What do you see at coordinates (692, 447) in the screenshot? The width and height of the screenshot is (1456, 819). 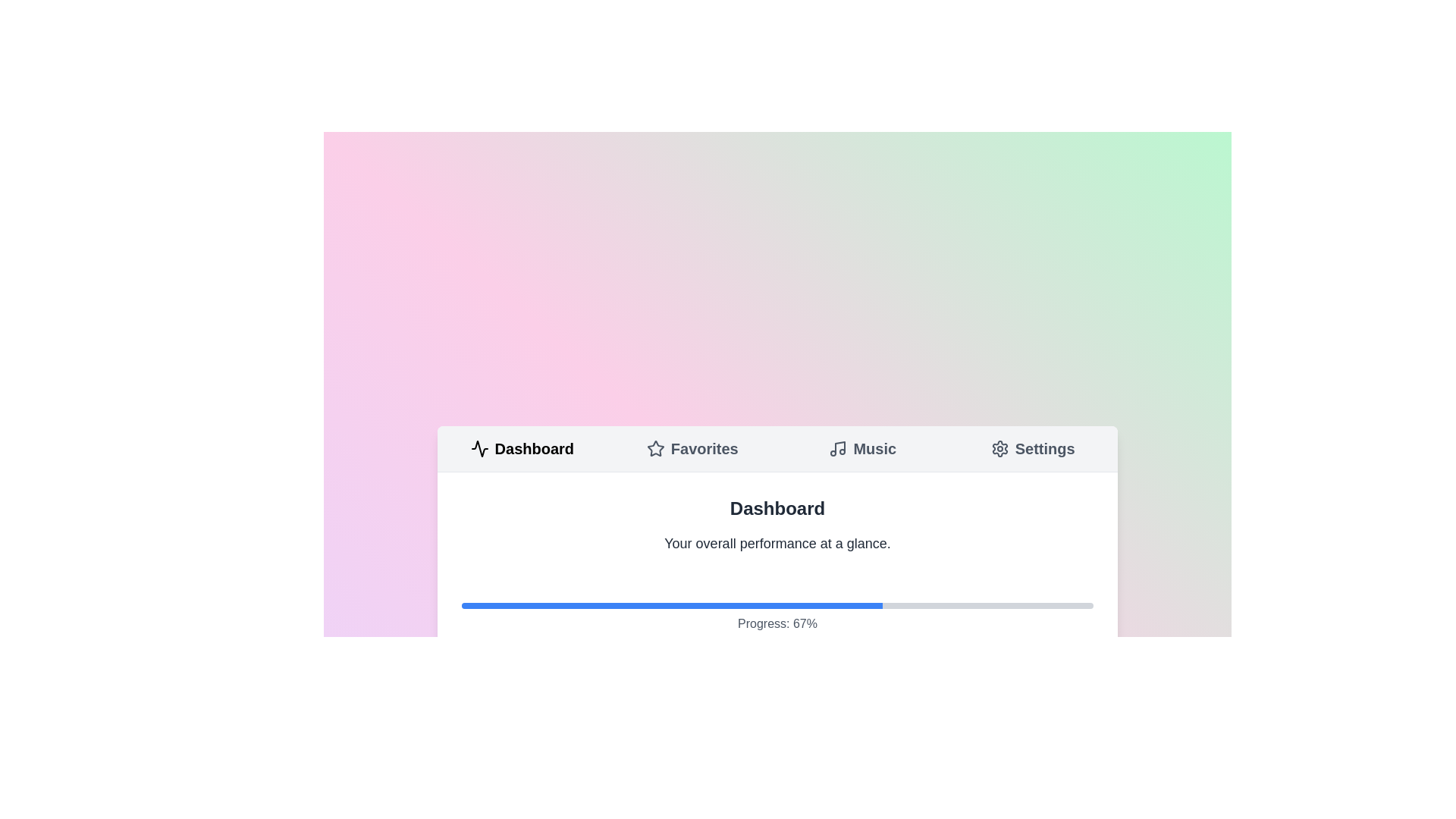 I see `the tab labeled Favorites` at bounding box center [692, 447].